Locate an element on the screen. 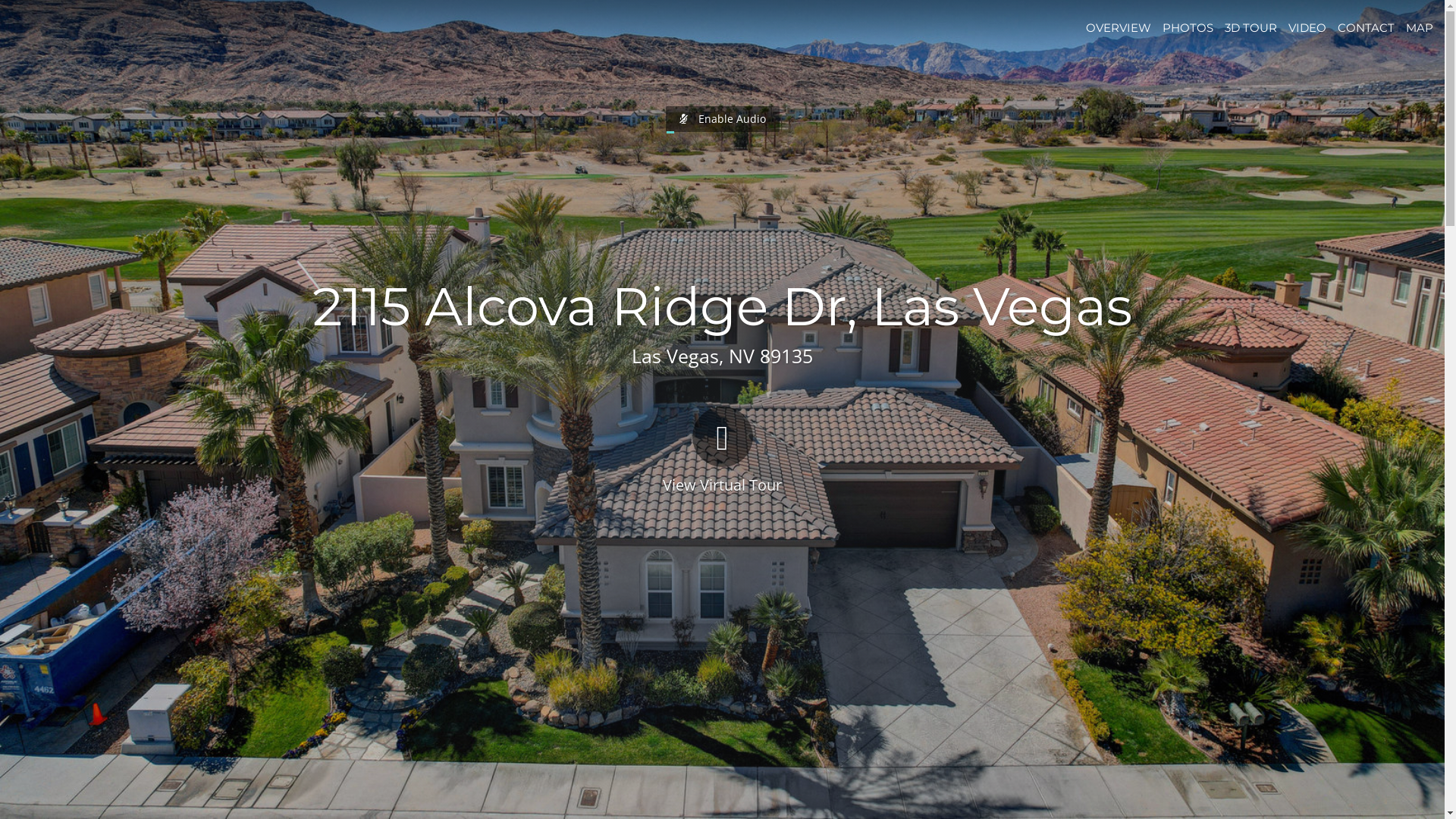 The image size is (1456, 819). '3D TOUR' is located at coordinates (1250, 27).